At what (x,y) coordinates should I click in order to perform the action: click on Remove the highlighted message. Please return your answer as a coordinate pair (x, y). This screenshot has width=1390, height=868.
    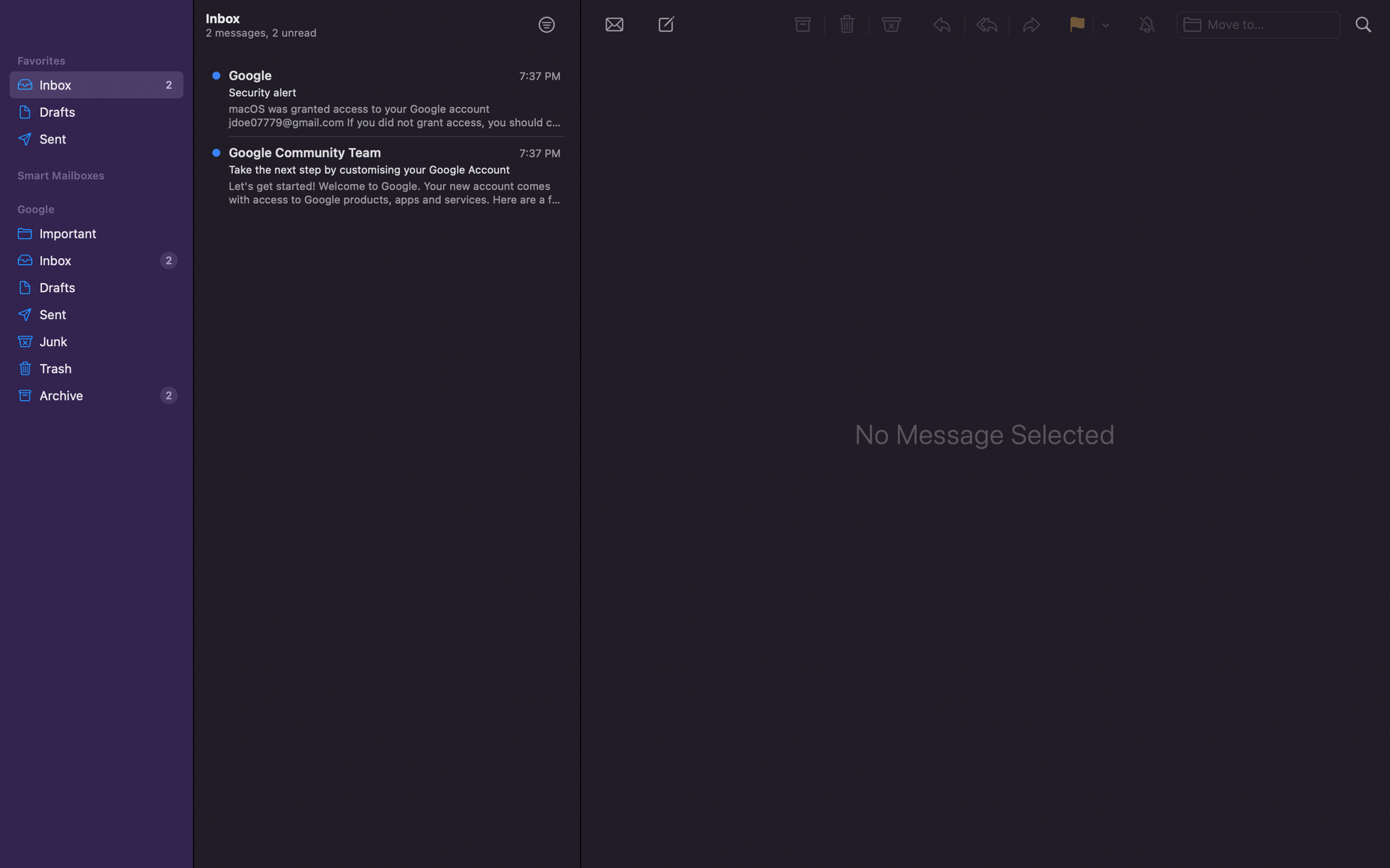
    Looking at the image, I should click on (848, 24).